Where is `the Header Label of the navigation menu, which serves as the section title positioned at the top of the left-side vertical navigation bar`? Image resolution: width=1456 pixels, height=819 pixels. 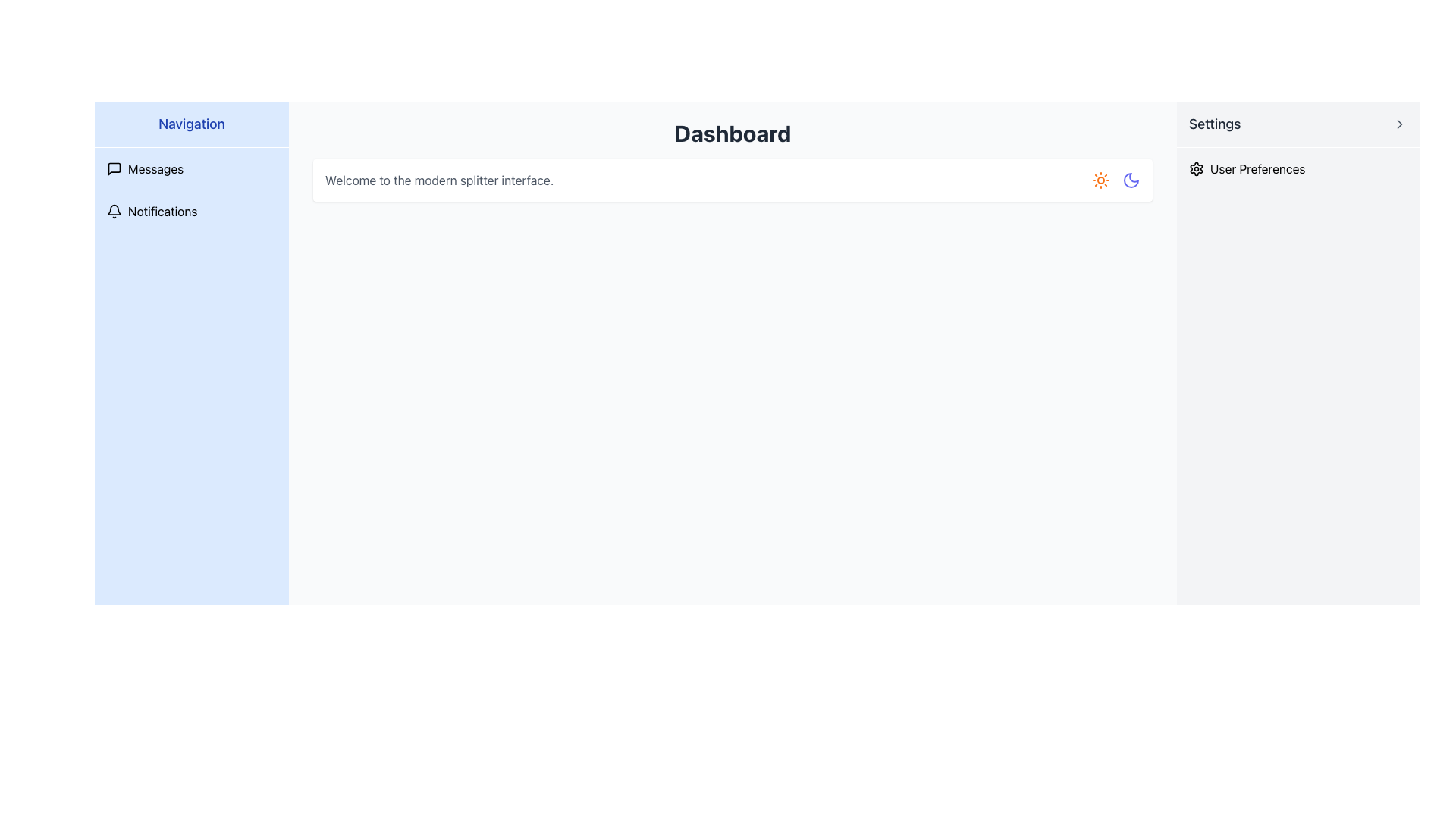 the Header Label of the navigation menu, which serves as the section title positioned at the top of the left-side vertical navigation bar is located at coordinates (191, 124).